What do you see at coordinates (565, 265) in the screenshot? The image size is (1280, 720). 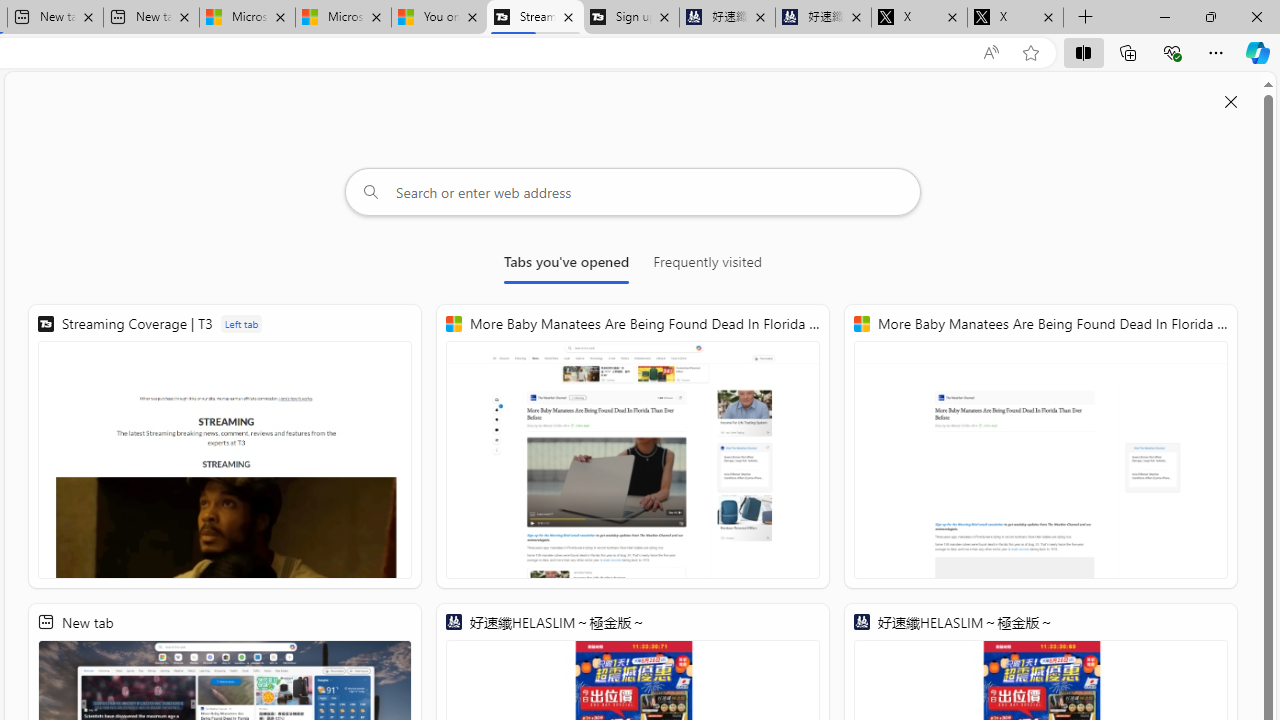 I see `'Tabs you'` at bounding box center [565, 265].